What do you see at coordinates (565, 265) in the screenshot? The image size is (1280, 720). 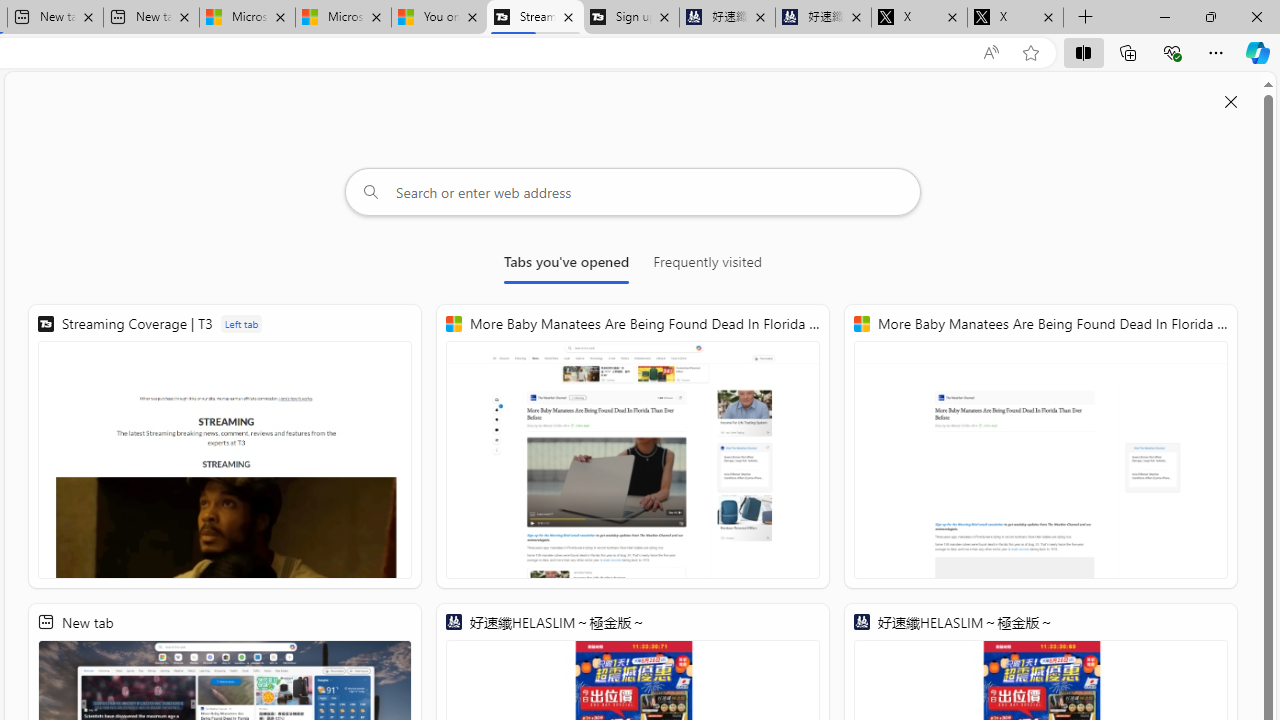 I see `'Tabs you'` at bounding box center [565, 265].